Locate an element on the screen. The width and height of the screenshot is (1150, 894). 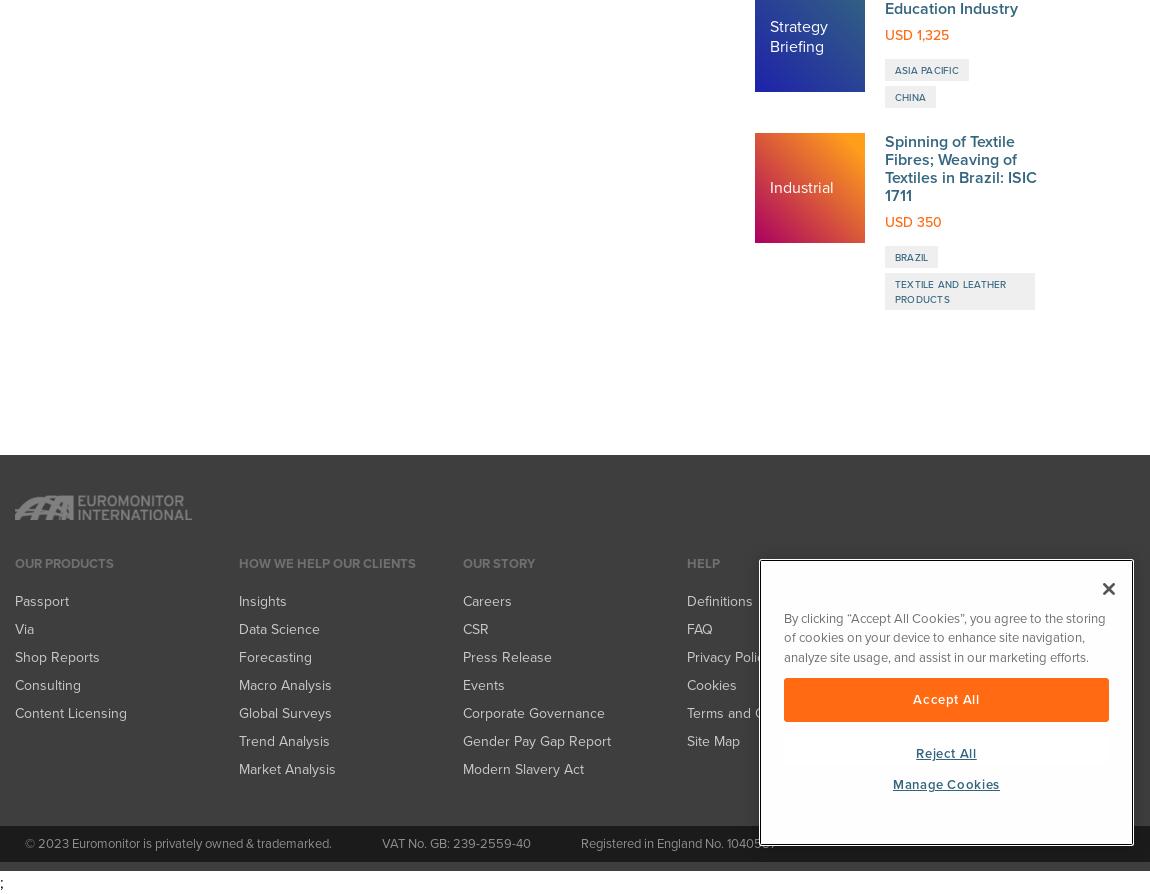
'Terms and Conditions' is located at coordinates (686, 62).